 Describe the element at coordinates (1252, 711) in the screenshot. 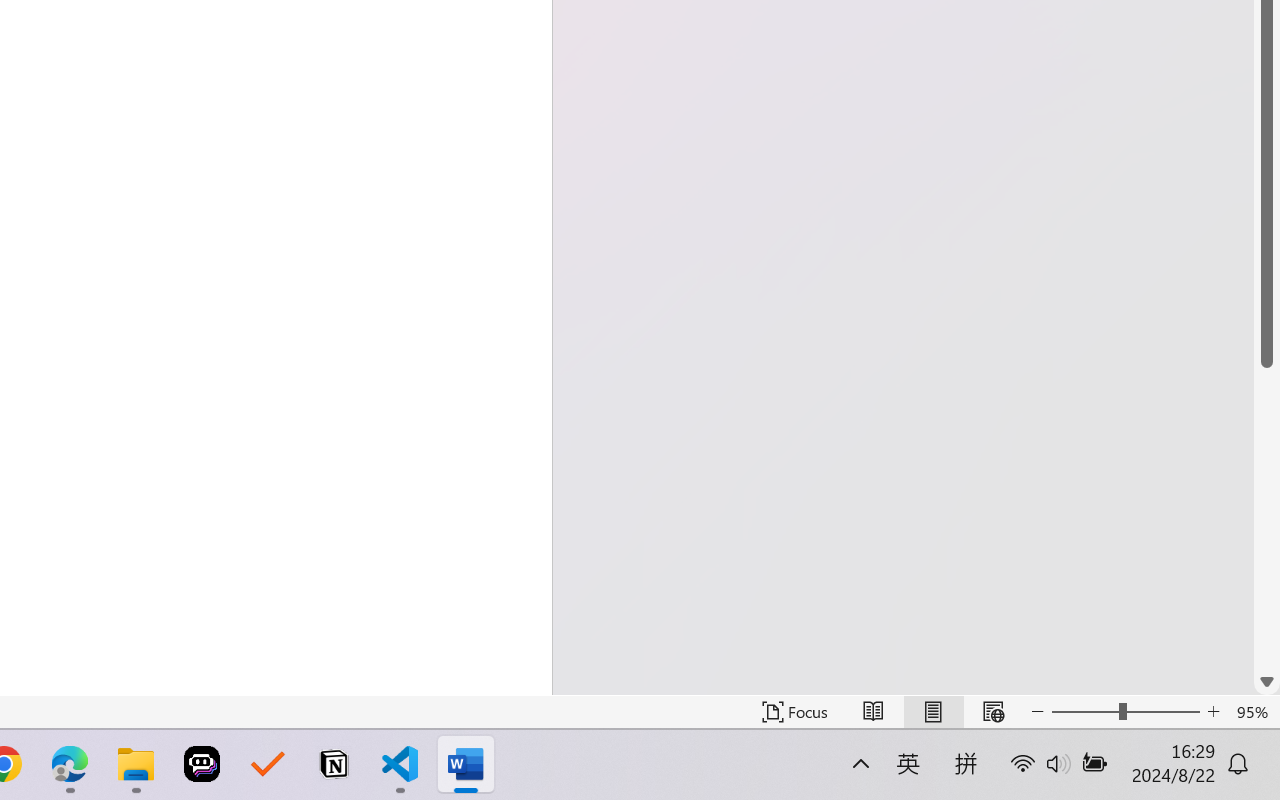

I see `'Zoom 95%'` at that location.